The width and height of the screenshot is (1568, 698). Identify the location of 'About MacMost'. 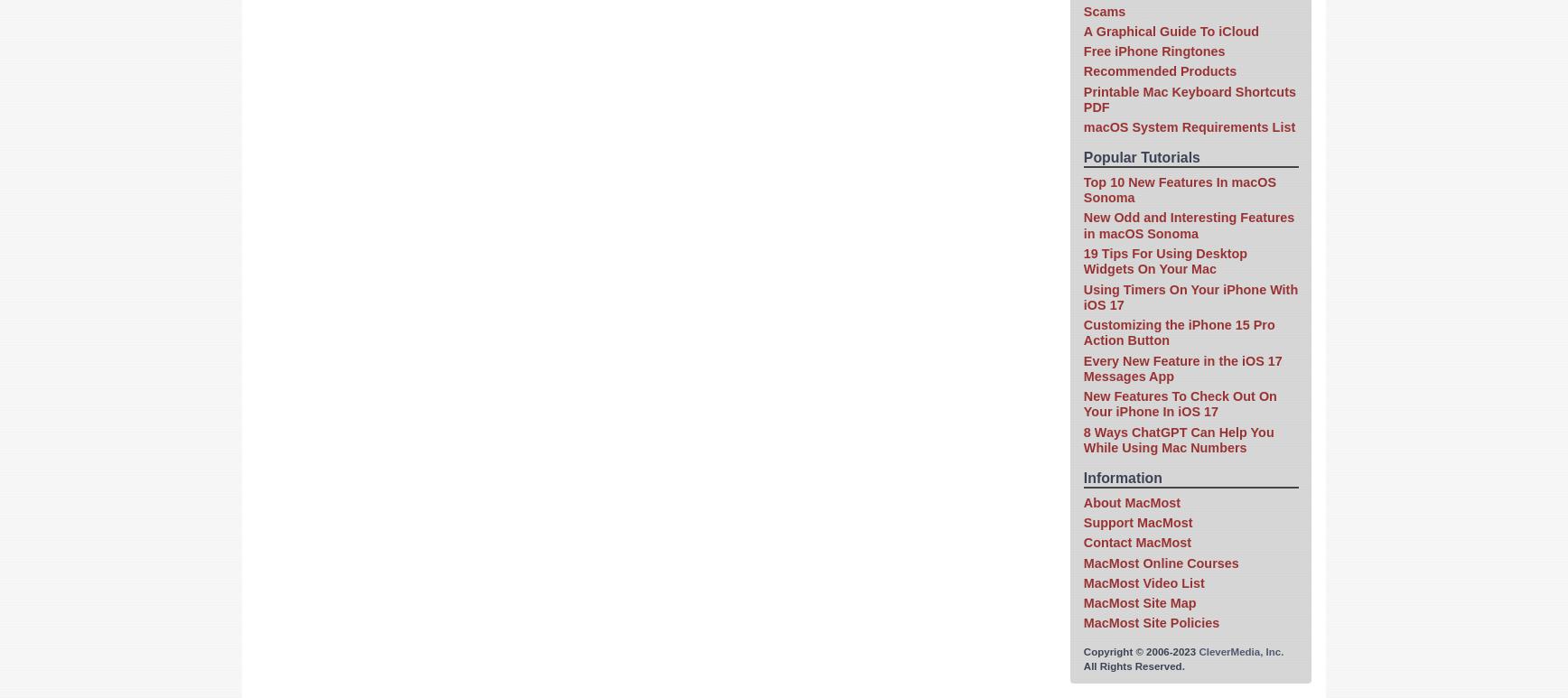
(1083, 501).